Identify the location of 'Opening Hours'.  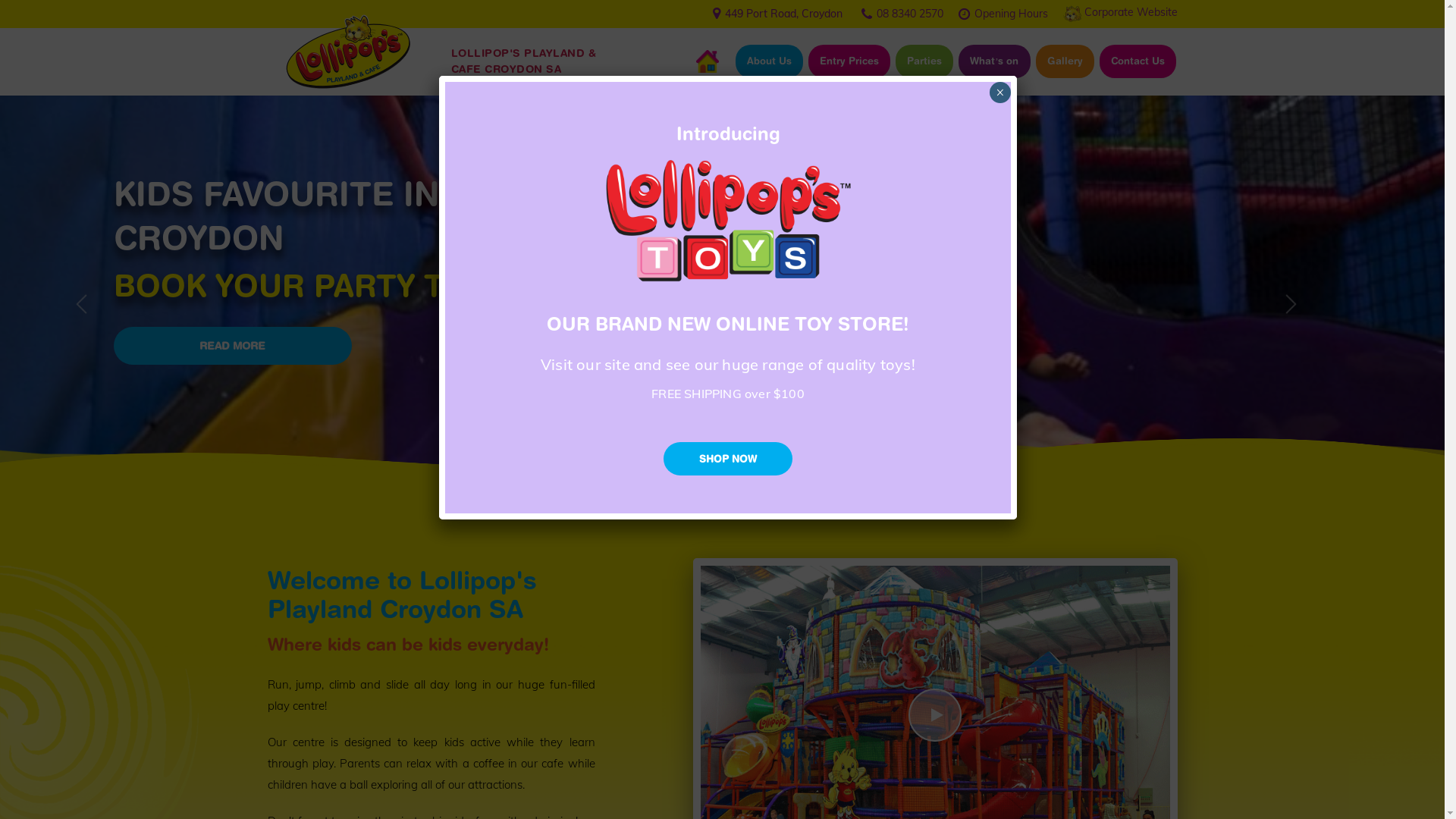
(973, 12).